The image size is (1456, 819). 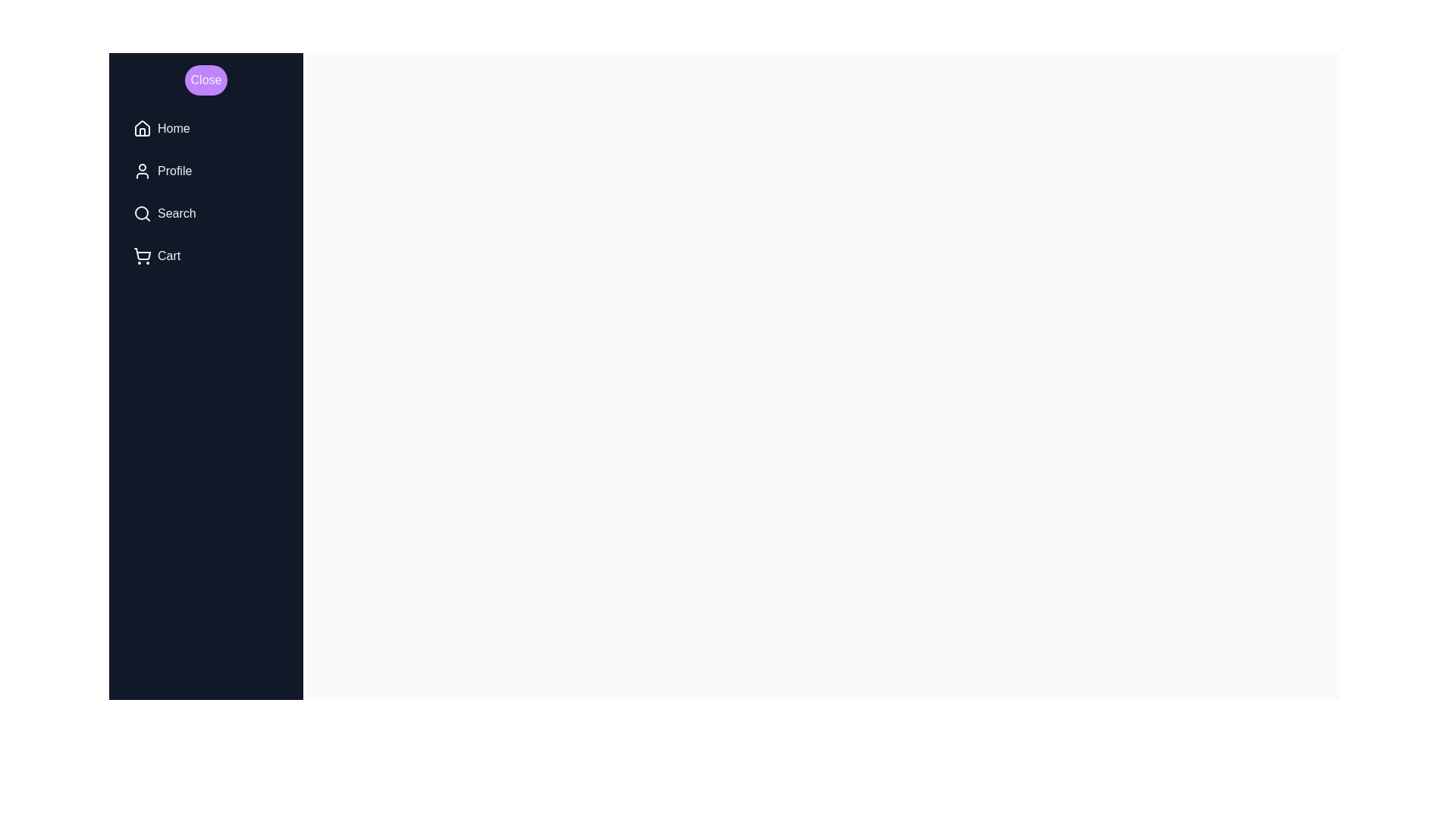 What do you see at coordinates (206, 171) in the screenshot?
I see `the menu item Profile to highlight it` at bounding box center [206, 171].